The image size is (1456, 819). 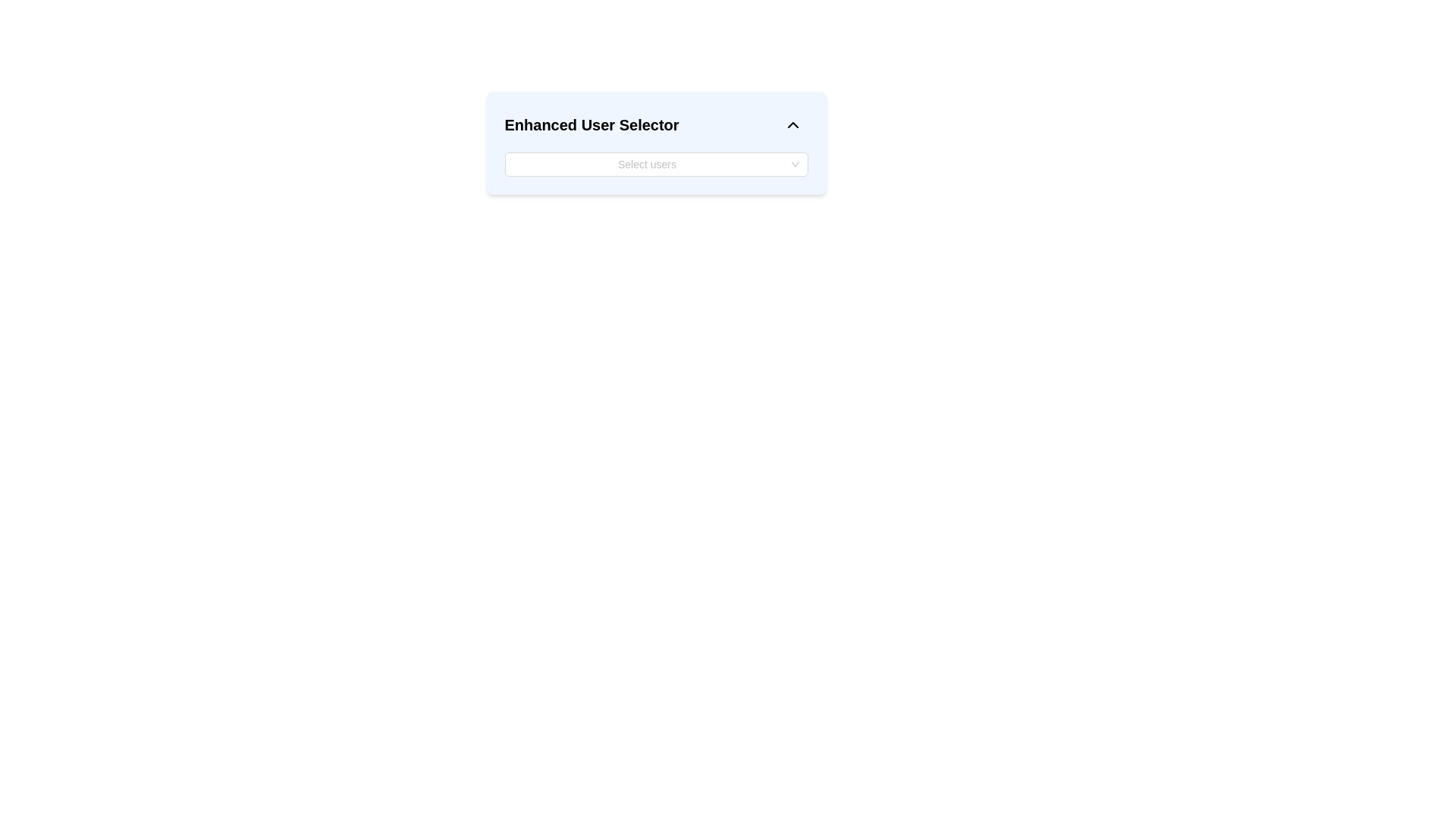 I want to click on the Chevron Icon button located in the top-right corner of the 'Enhanced User Selector' interface, so click(x=792, y=124).